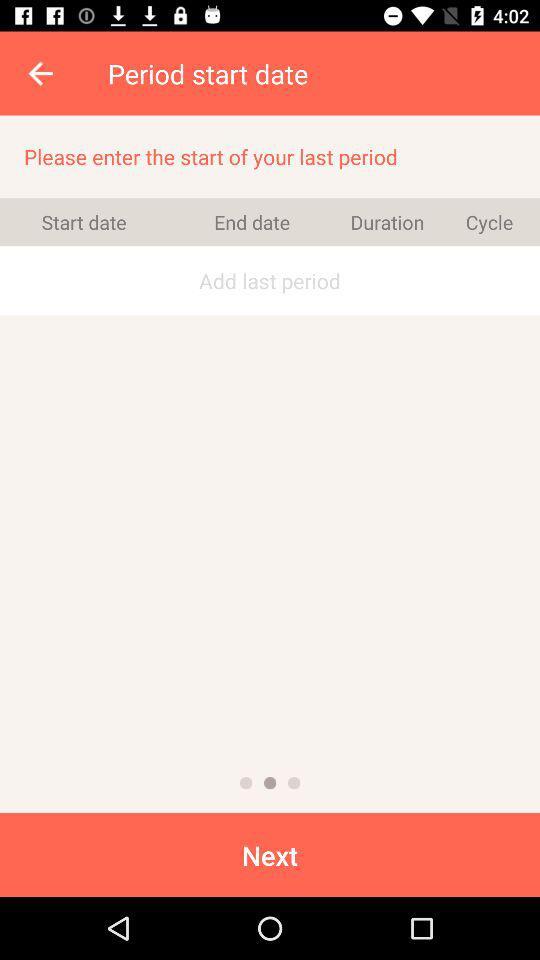 The width and height of the screenshot is (540, 960). Describe the element at coordinates (270, 783) in the screenshot. I see `to previous` at that location.